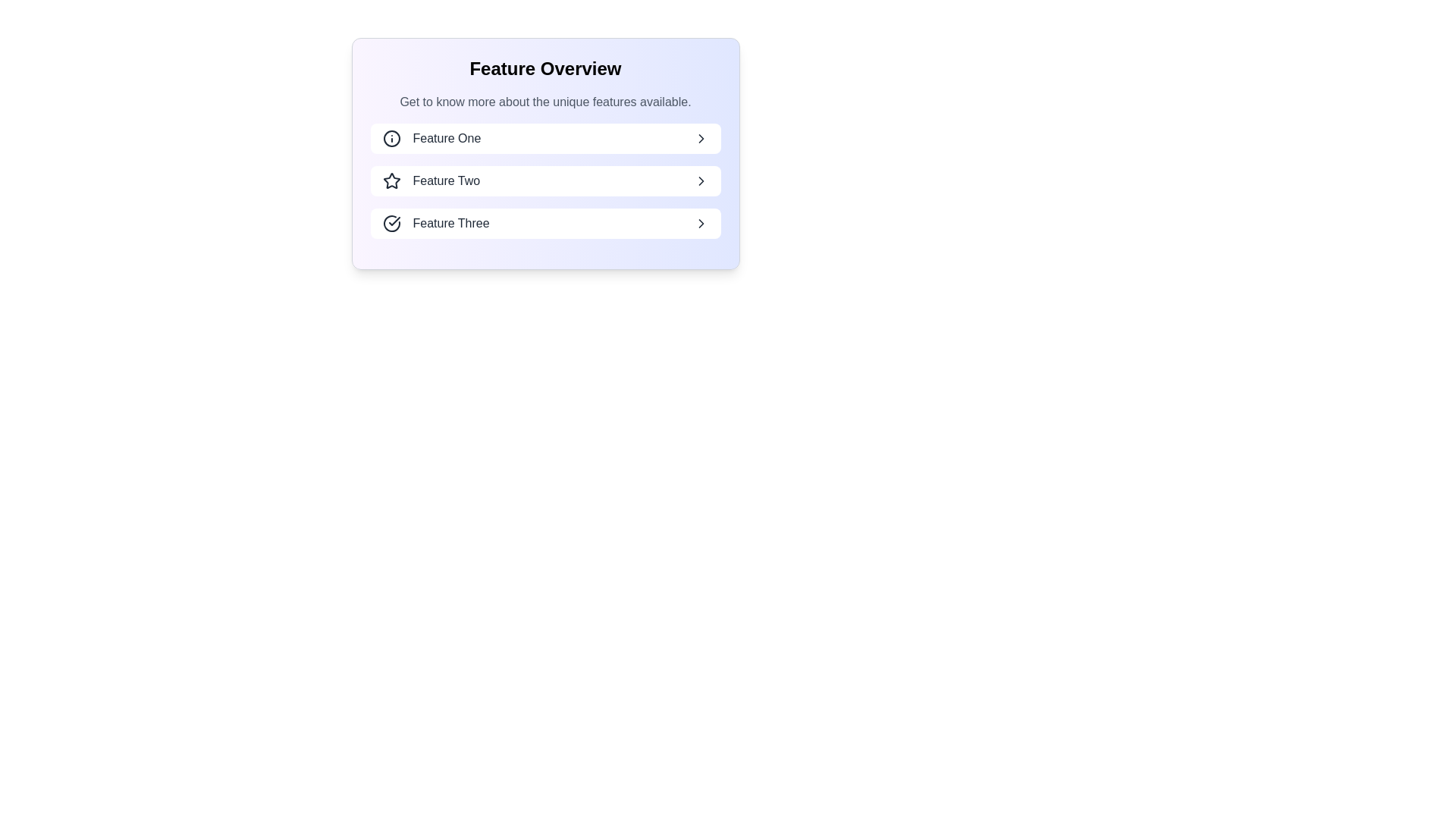 The height and width of the screenshot is (819, 1456). Describe the element at coordinates (700, 138) in the screenshot. I see `the chevron icon on the far right of the 'Feature One' section` at that location.